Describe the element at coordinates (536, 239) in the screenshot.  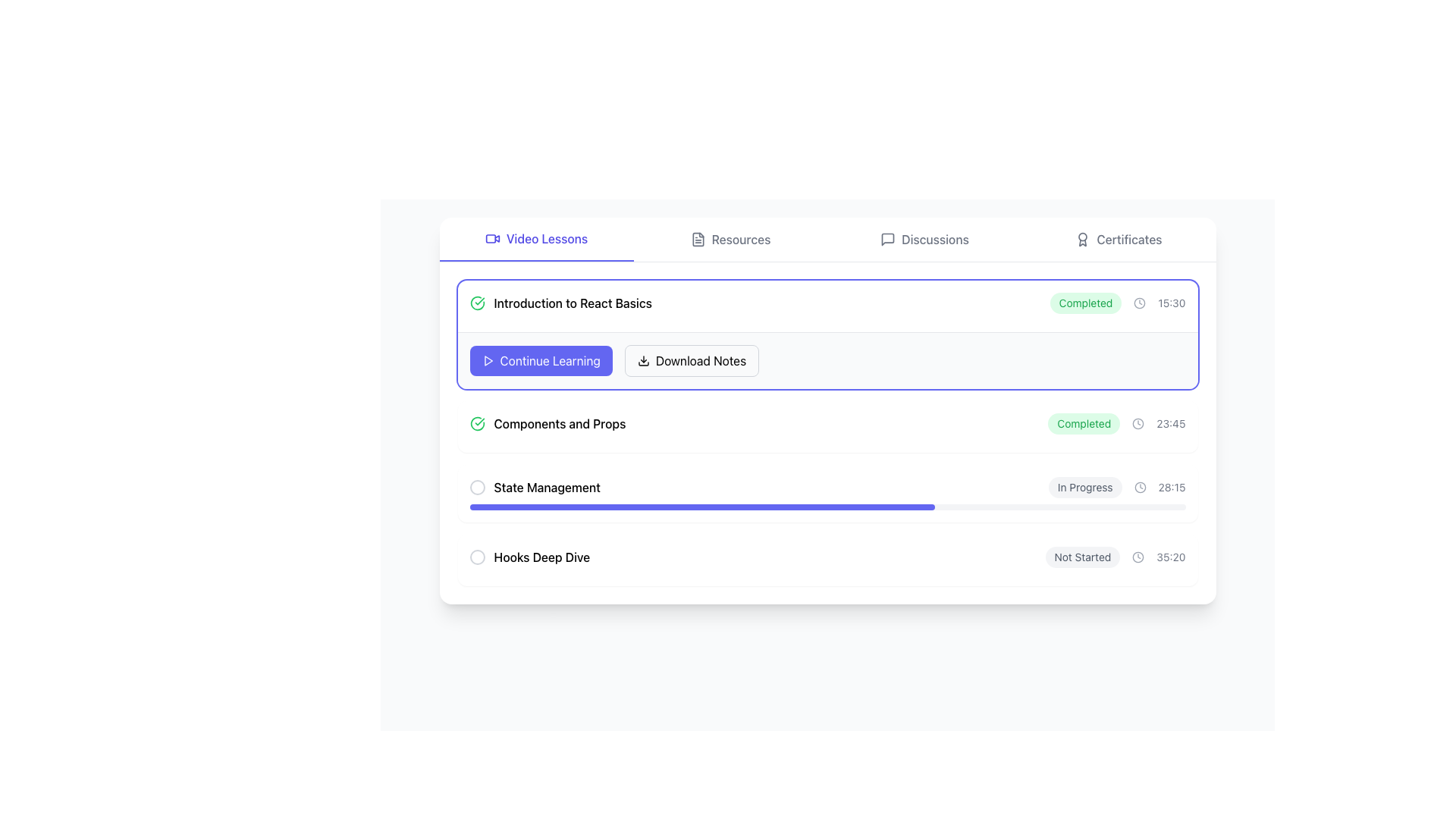
I see `the 'Video Lessons' navigation button located on the left side of the horizontal navigation bar` at that location.